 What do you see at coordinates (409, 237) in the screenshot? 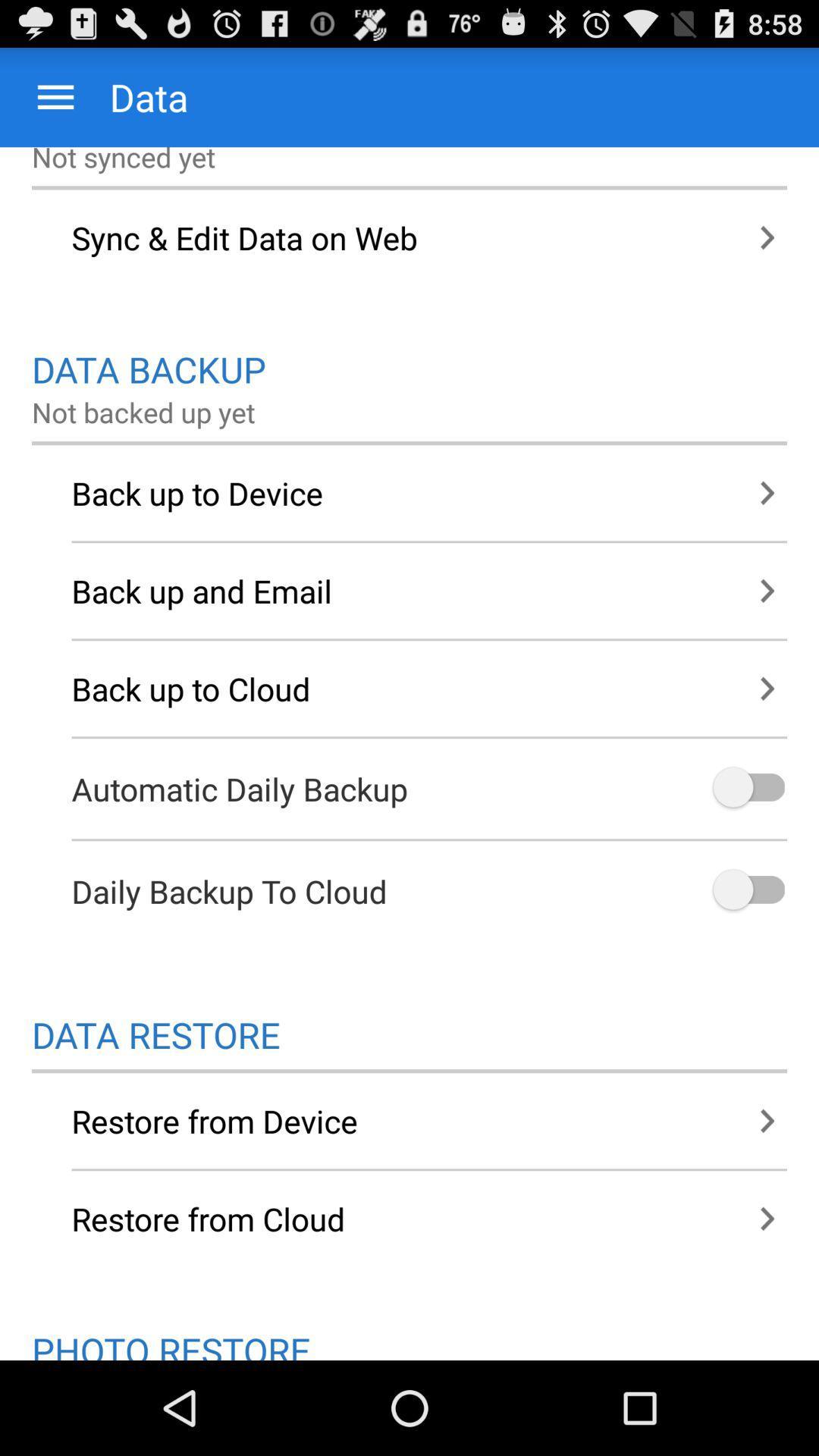
I see `sync edit data item` at bounding box center [409, 237].